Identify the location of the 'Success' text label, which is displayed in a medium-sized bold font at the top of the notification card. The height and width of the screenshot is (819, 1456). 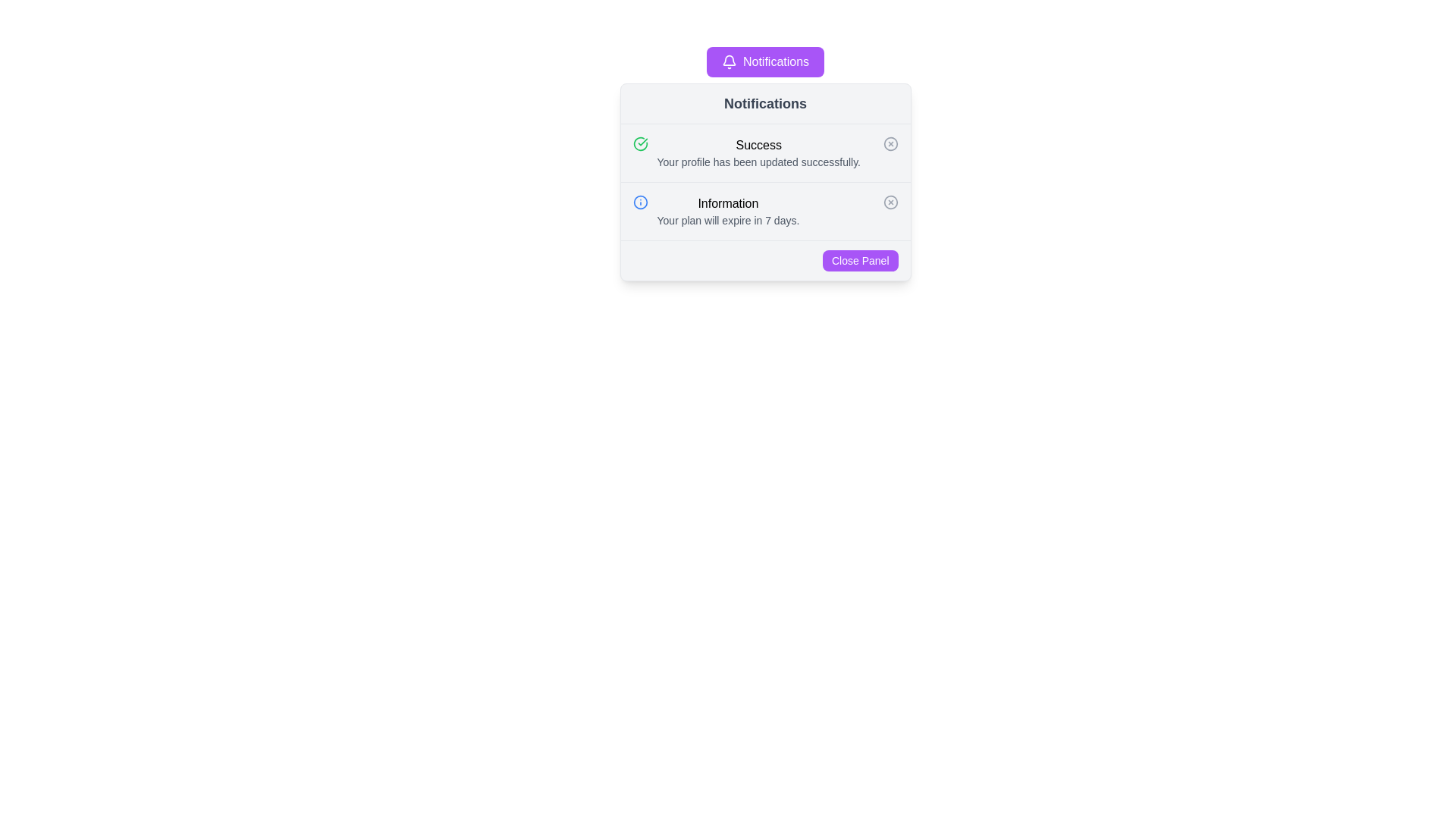
(758, 146).